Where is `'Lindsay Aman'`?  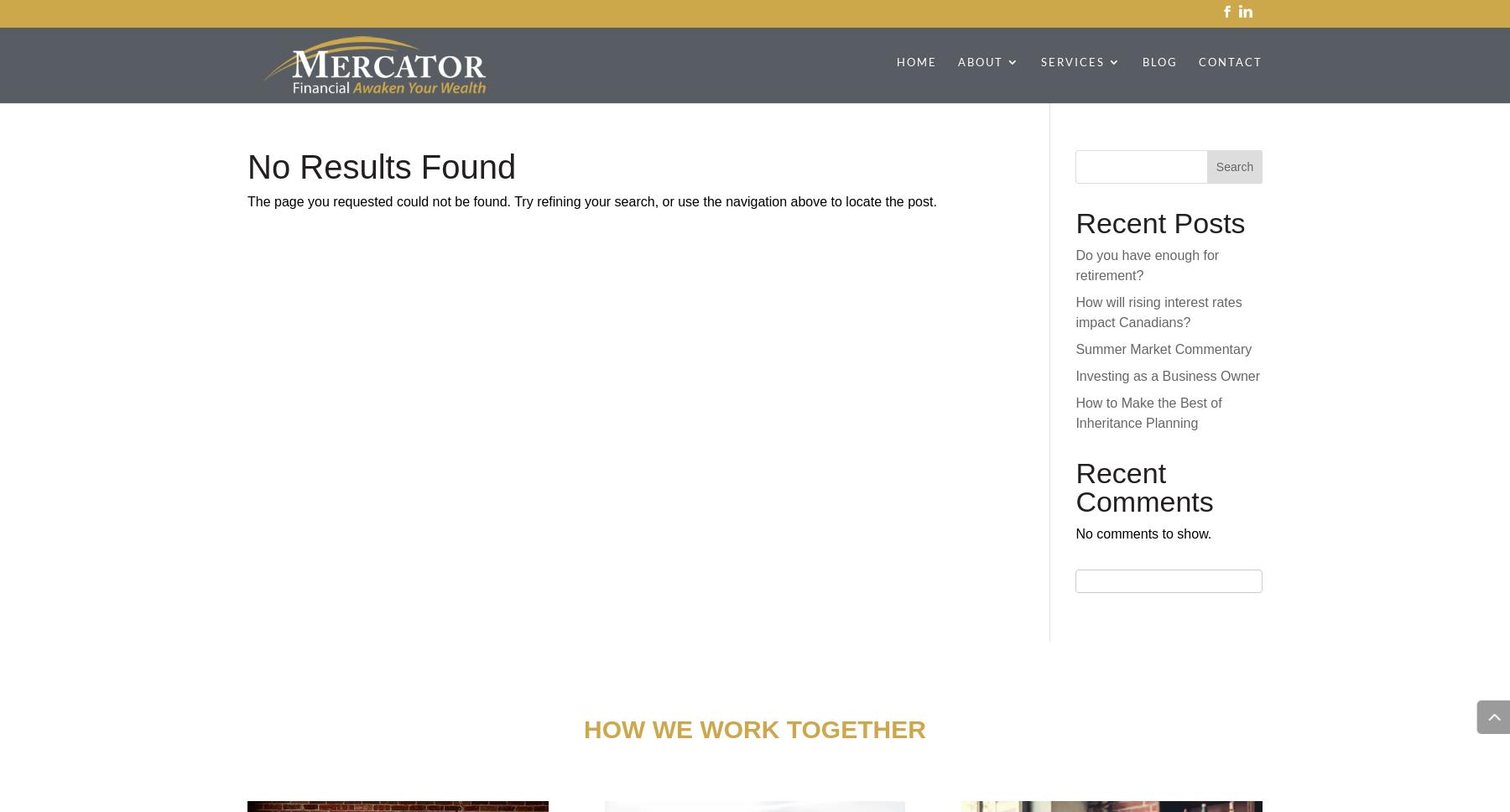
'Lindsay Aman' is located at coordinates (1034, 474).